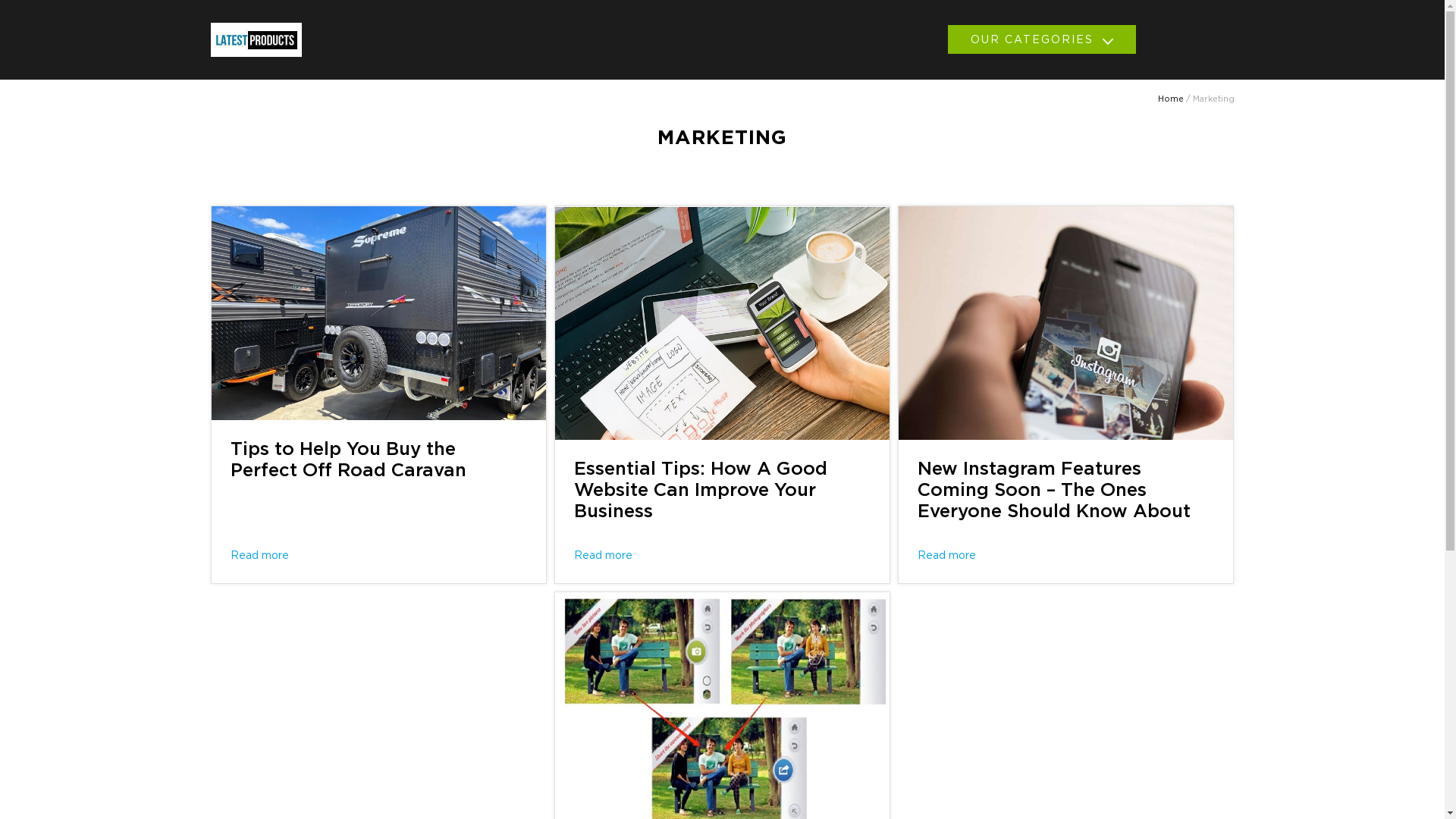  What do you see at coordinates (1040, 38) in the screenshot?
I see `'OUR CATEGORIES'` at bounding box center [1040, 38].